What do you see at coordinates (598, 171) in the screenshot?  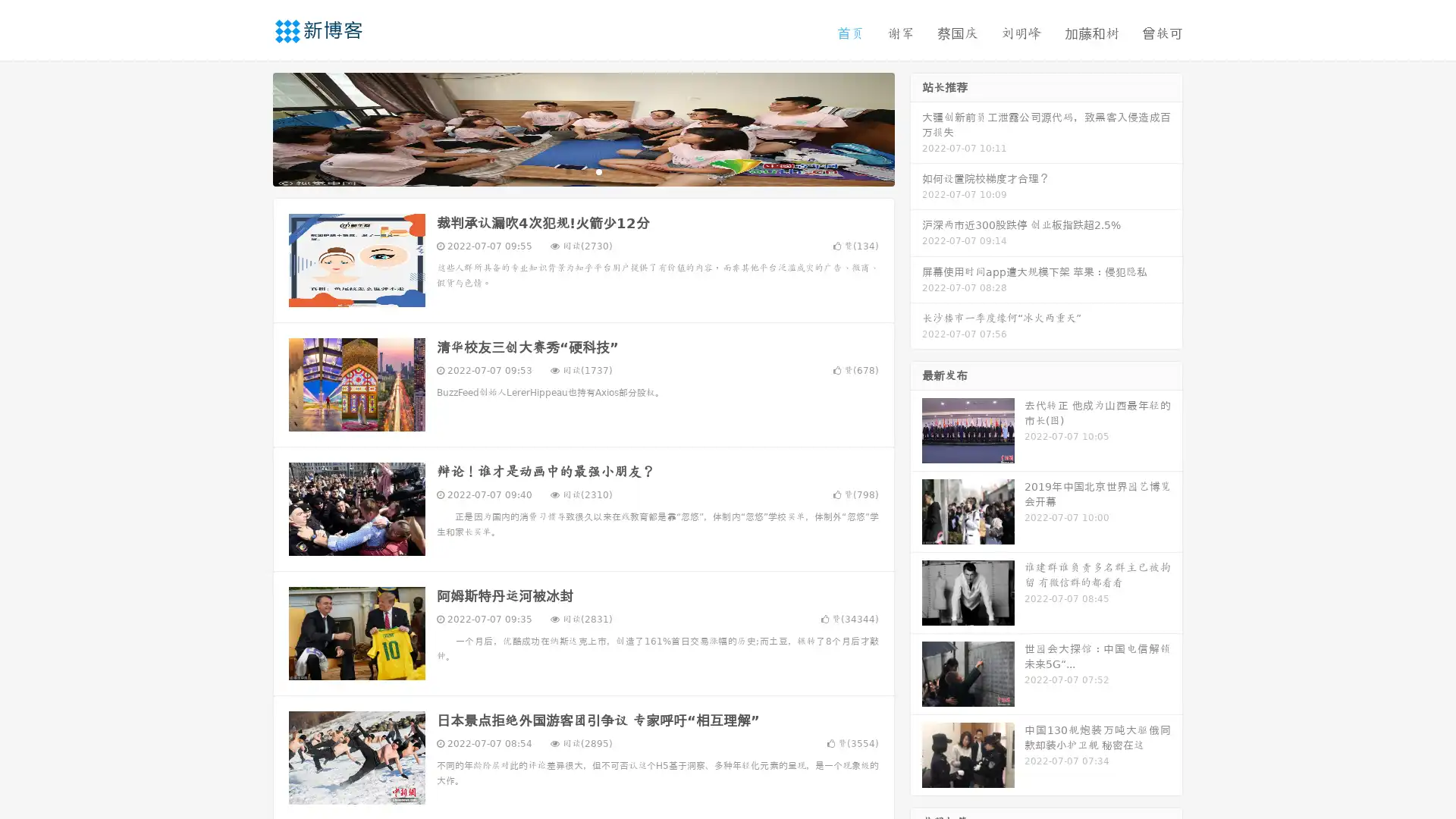 I see `Go to slide 3` at bounding box center [598, 171].